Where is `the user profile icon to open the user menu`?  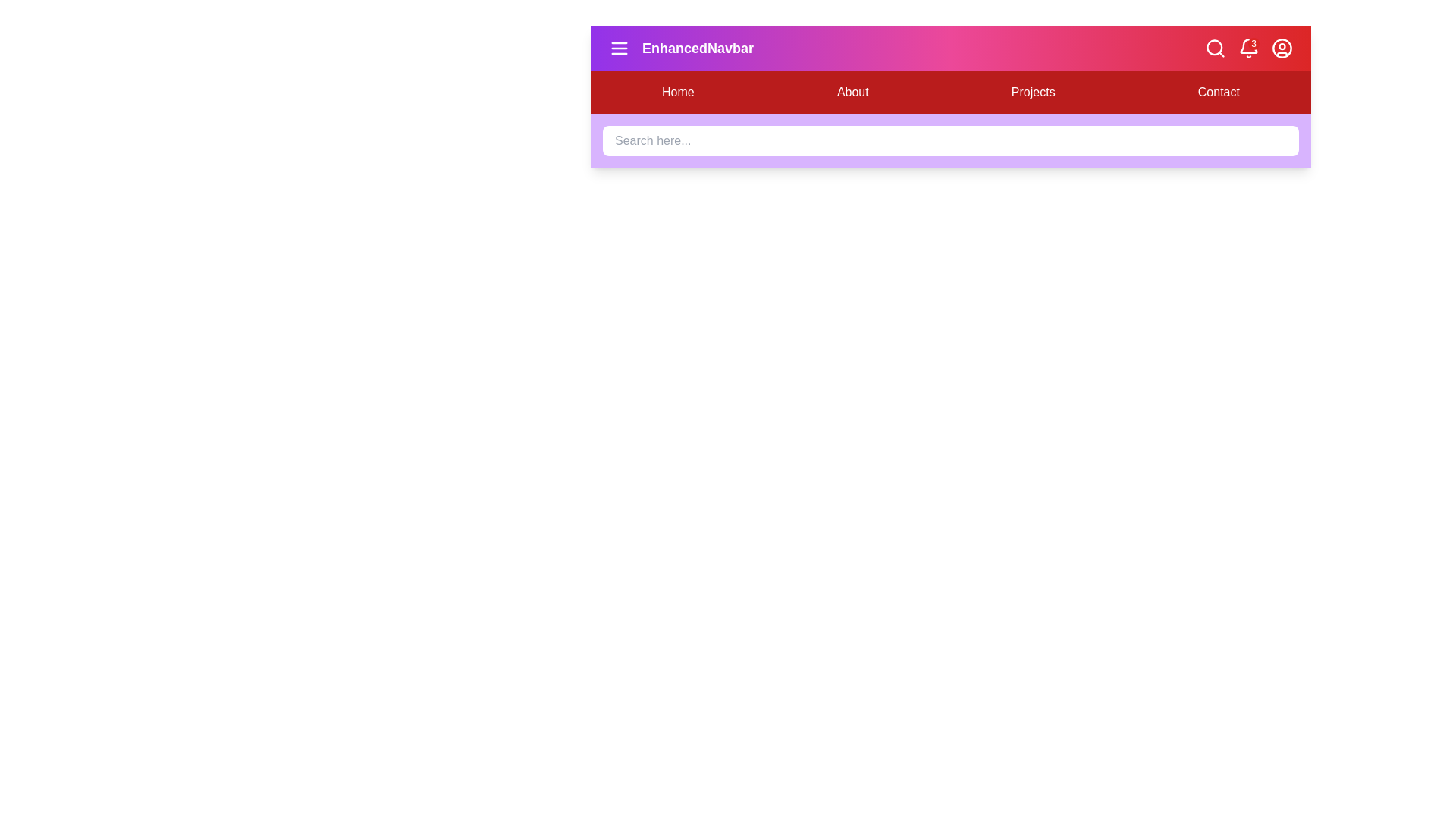
the user profile icon to open the user menu is located at coordinates (1281, 48).